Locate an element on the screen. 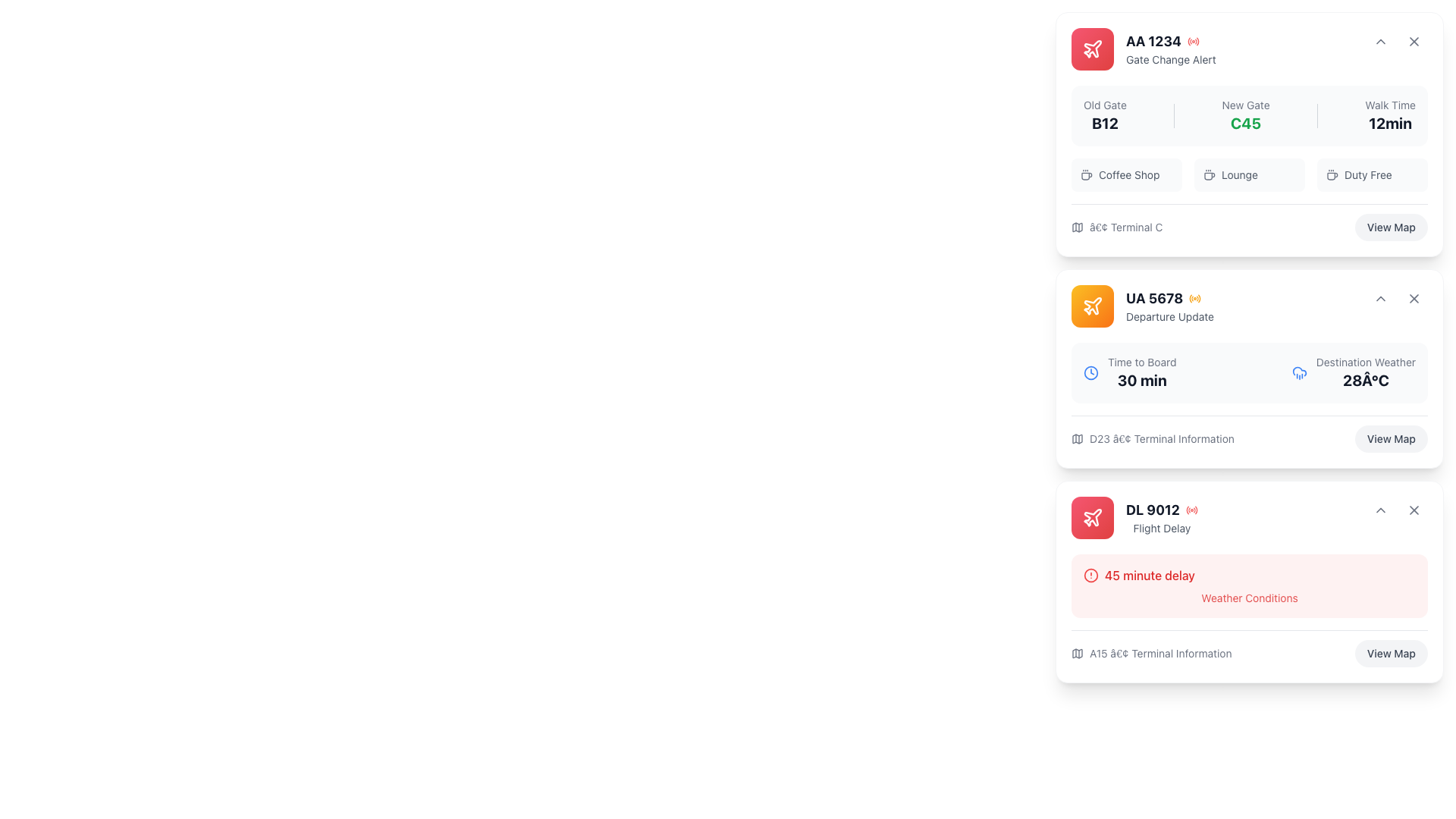 Image resolution: width=1456 pixels, height=819 pixels. terminal location text label located at the bottom section of the 'UA 5678 Departure Update' flight information card, which is positioned above the 'View Map' button is located at coordinates (1161, 438).